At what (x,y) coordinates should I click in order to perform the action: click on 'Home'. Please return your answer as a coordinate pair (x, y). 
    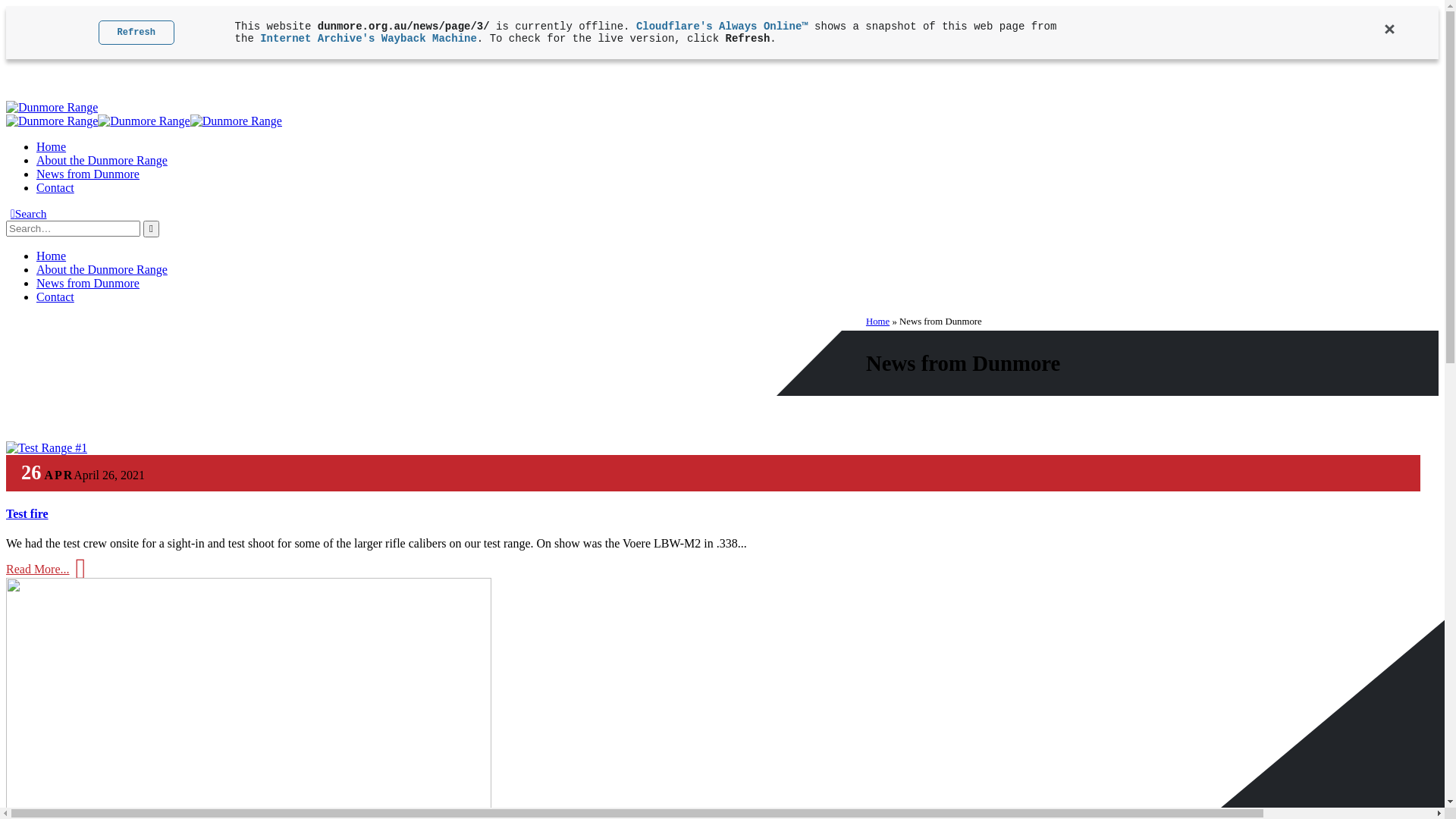
    Looking at the image, I should click on (51, 146).